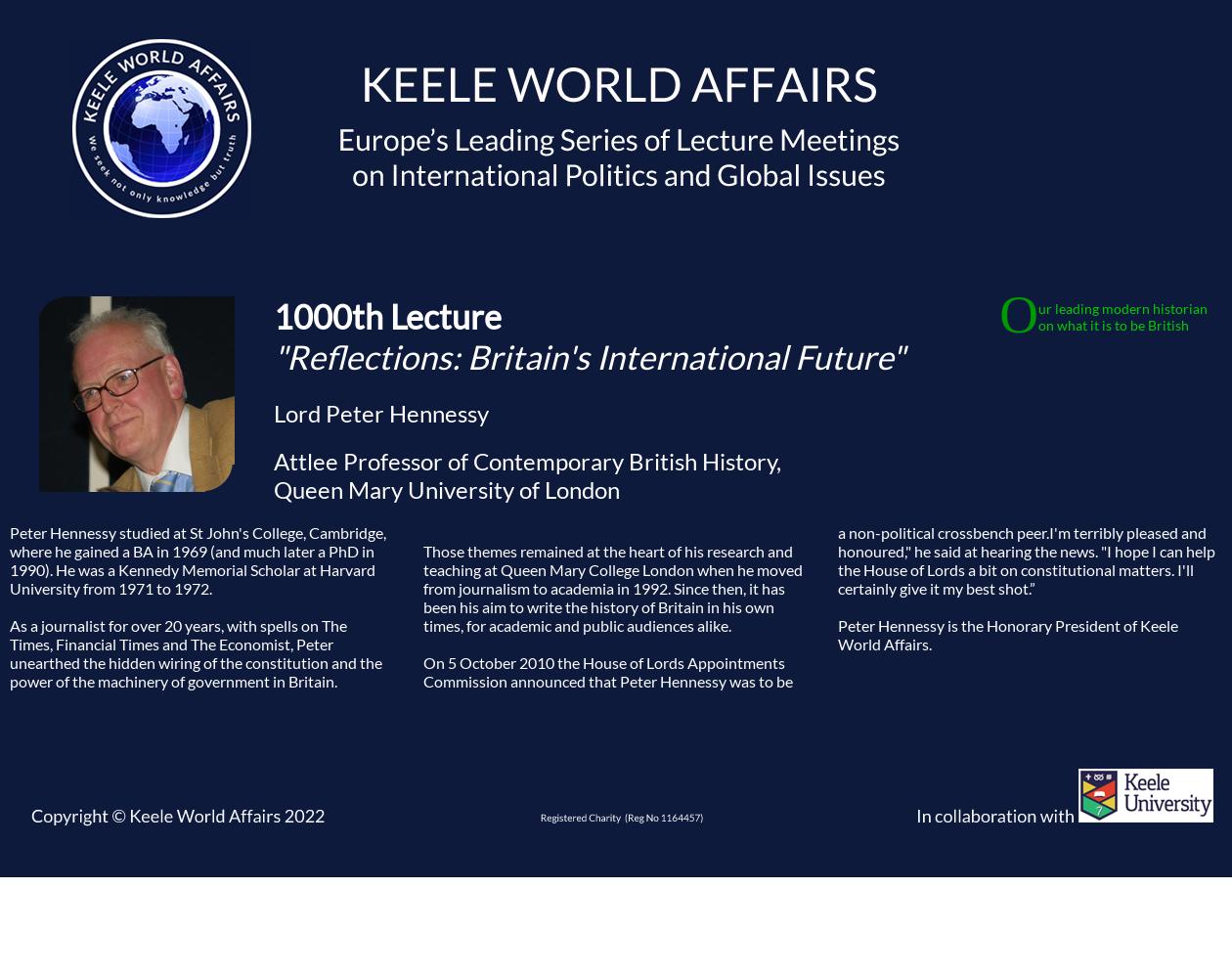 The width and height of the screenshot is (1232, 978). I want to click on 'Peter Hennessy is the Honorary President of Keele World Affairs.', so click(1007, 634).